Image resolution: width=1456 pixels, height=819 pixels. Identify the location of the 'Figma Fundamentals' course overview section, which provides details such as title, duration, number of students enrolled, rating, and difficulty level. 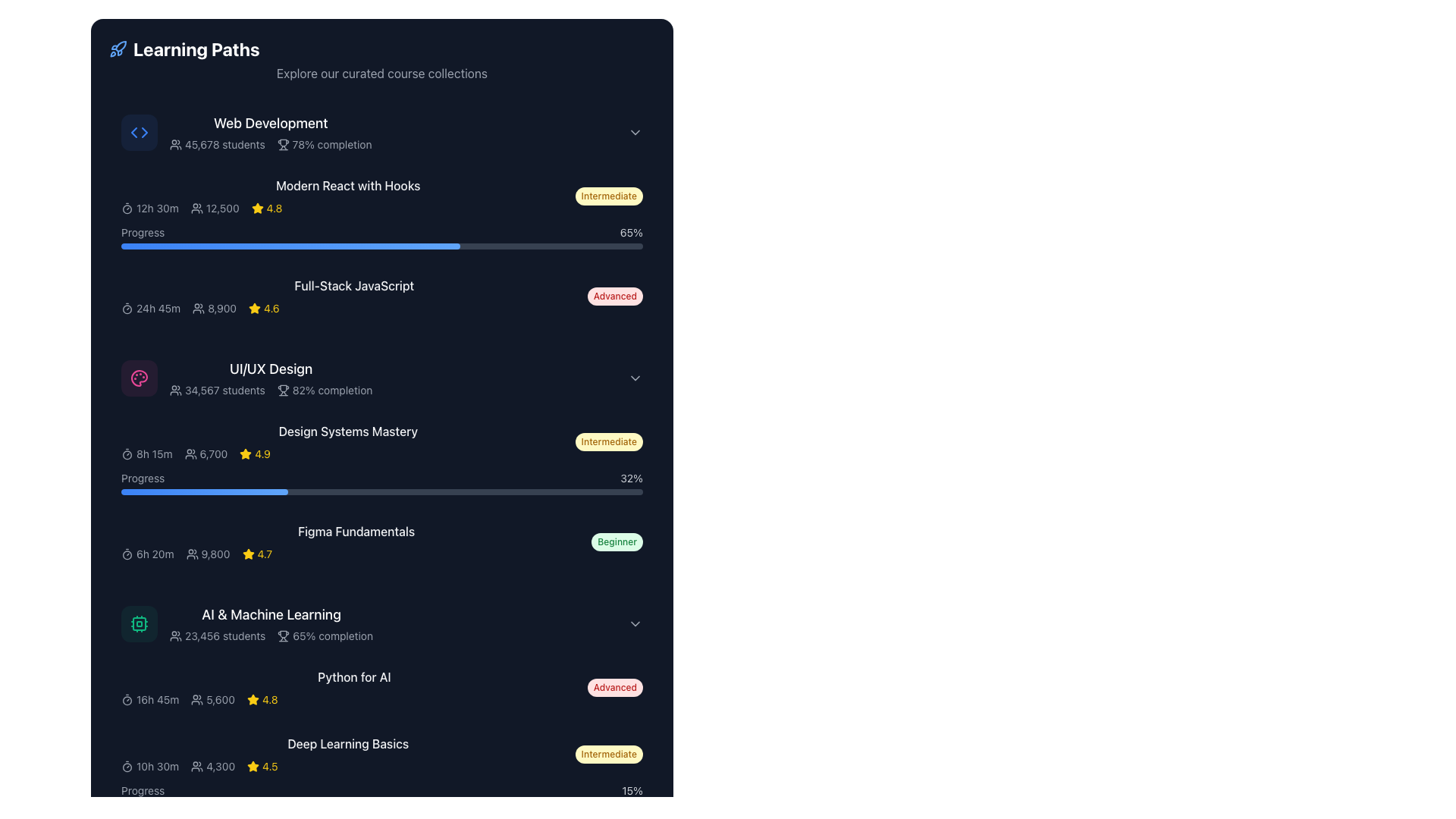
(382, 541).